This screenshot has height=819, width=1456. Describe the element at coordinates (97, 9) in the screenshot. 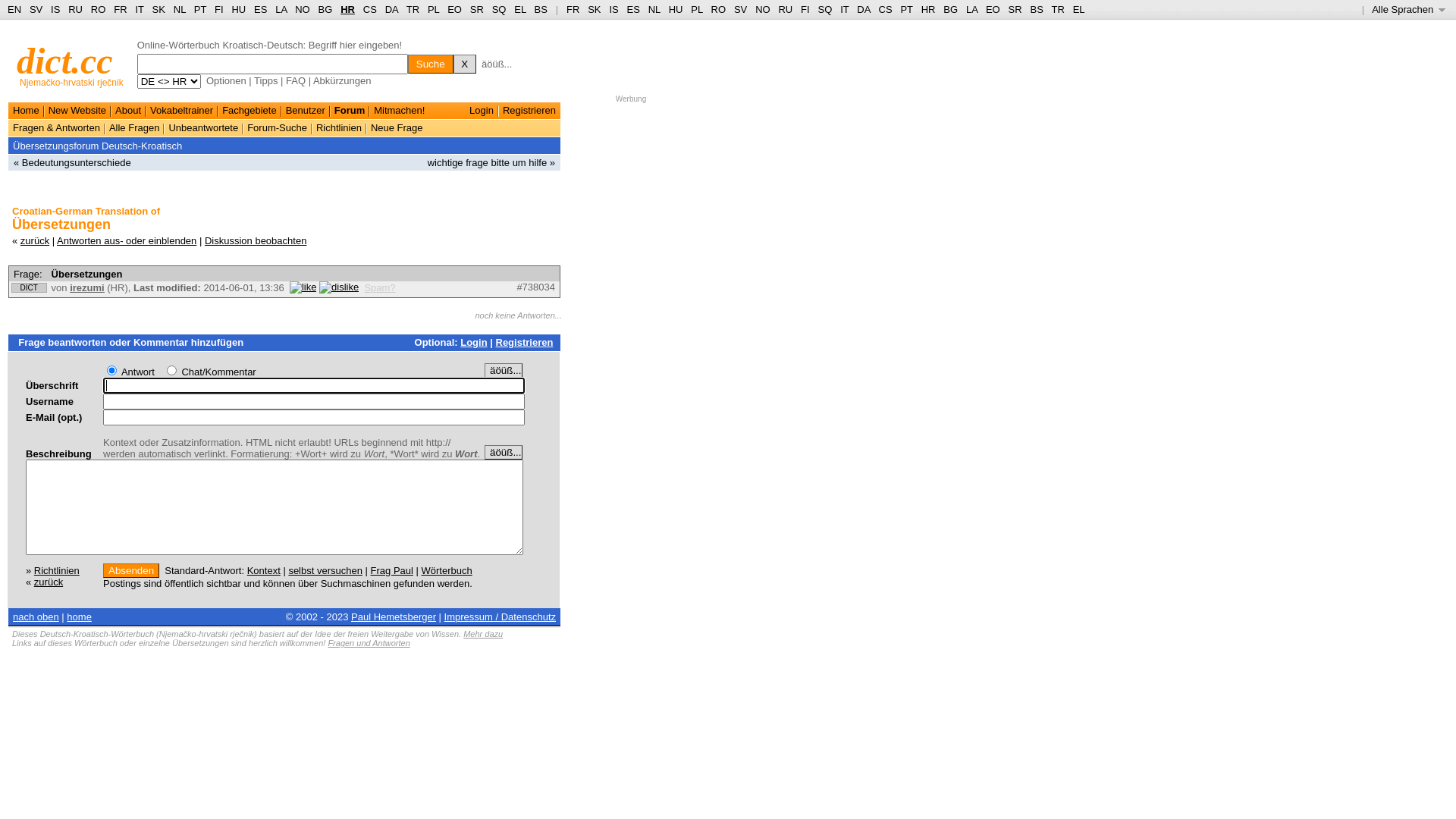

I see `'RO'` at that location.